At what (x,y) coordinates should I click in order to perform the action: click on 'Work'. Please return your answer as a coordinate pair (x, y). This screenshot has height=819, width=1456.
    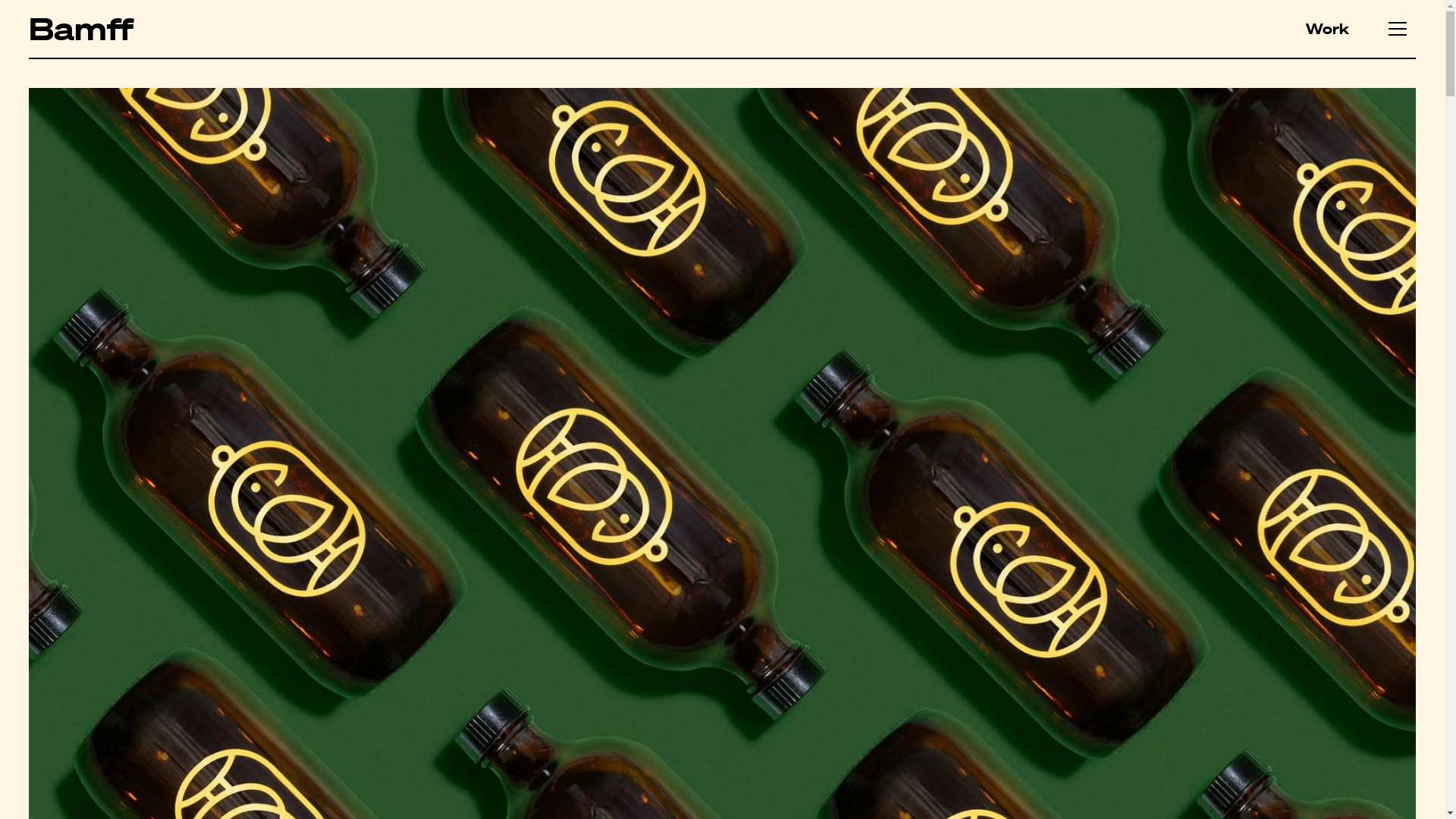
    Looking at the image, I should click on (1326, 29).